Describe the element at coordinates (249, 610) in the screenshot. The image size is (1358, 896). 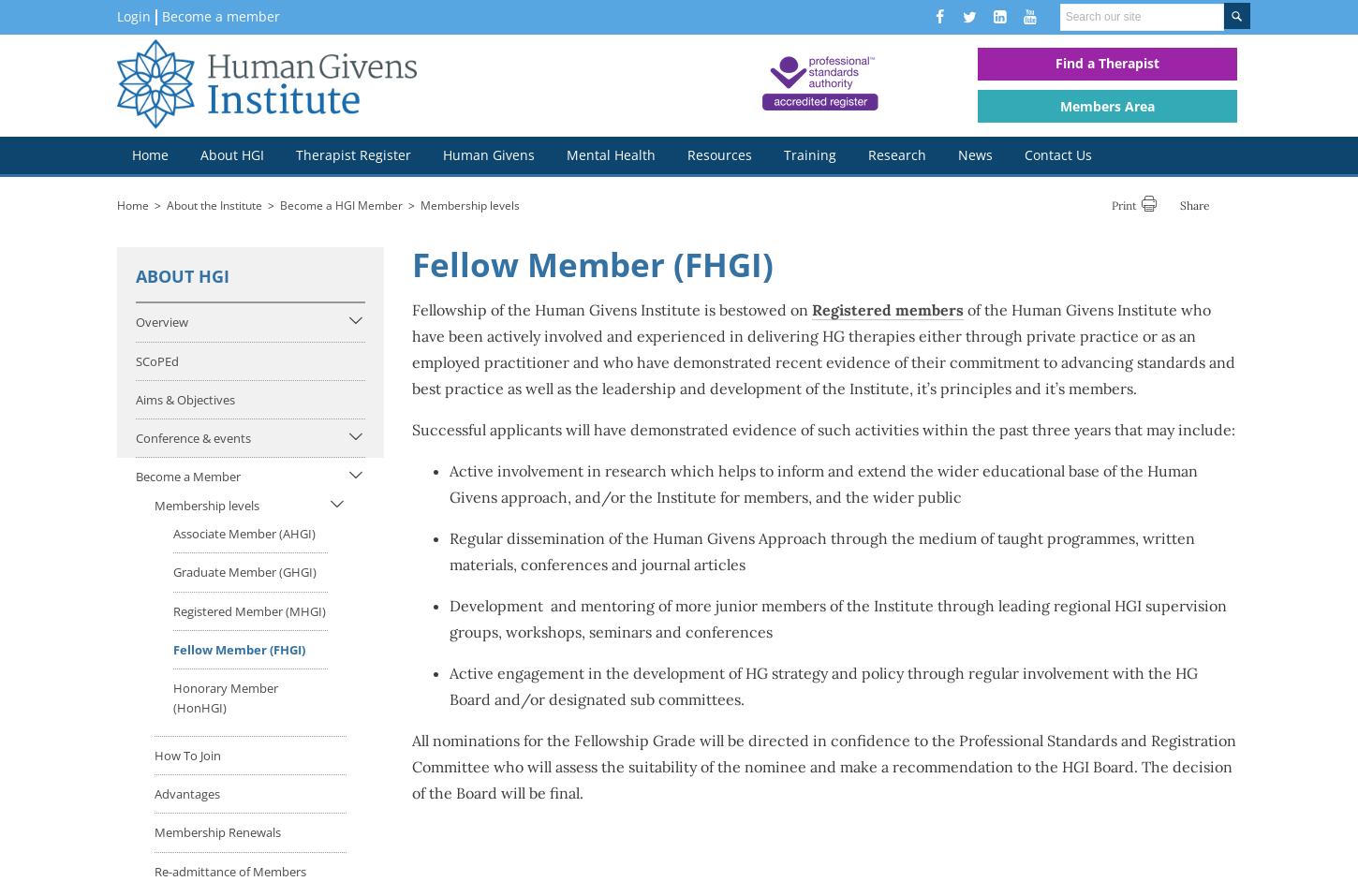
I see `'Registered Member (MHGI)'` at that location.